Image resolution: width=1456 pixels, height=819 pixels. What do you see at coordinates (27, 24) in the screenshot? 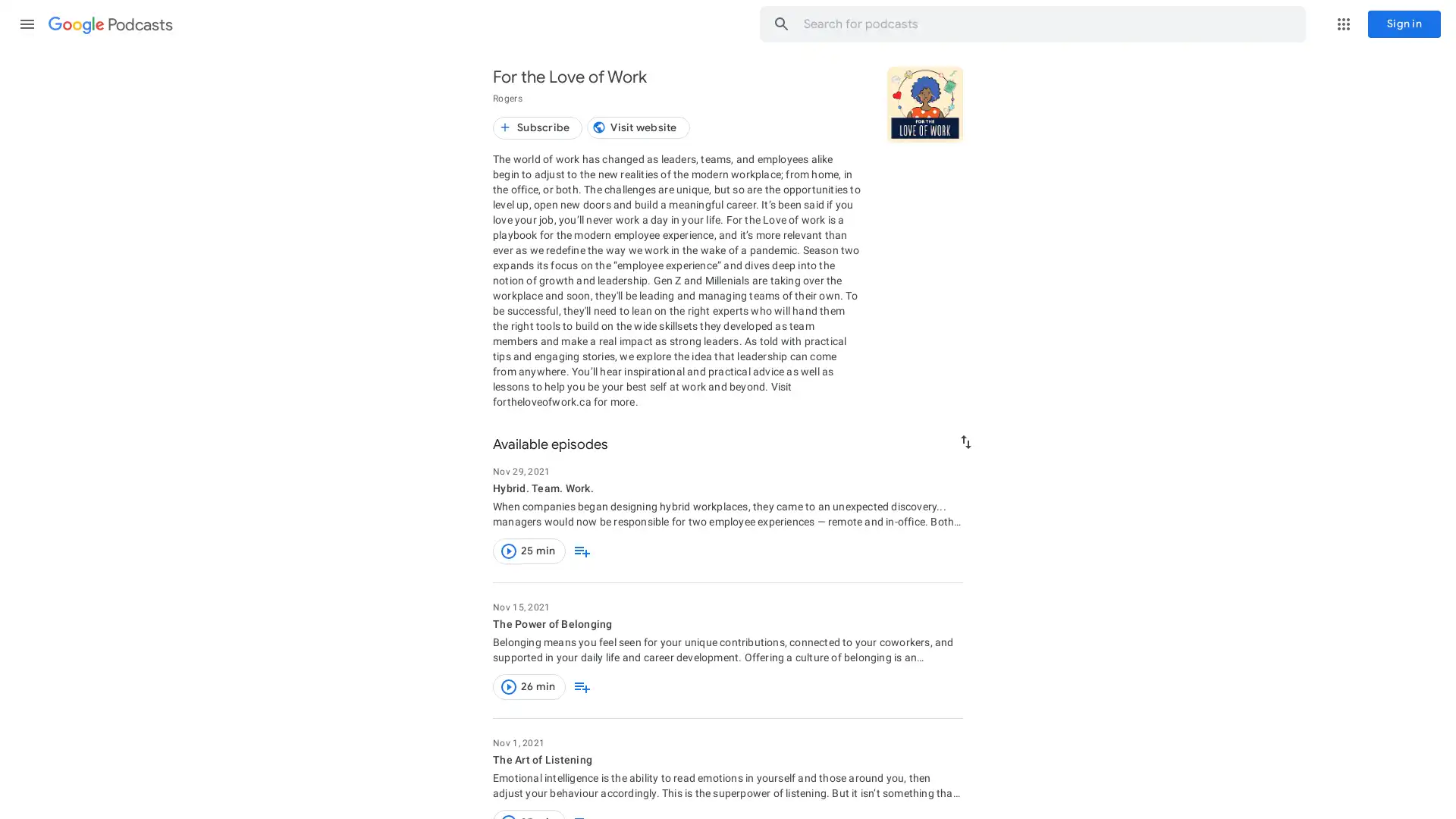
I see `Main menu` at bounding box center [27, 24].